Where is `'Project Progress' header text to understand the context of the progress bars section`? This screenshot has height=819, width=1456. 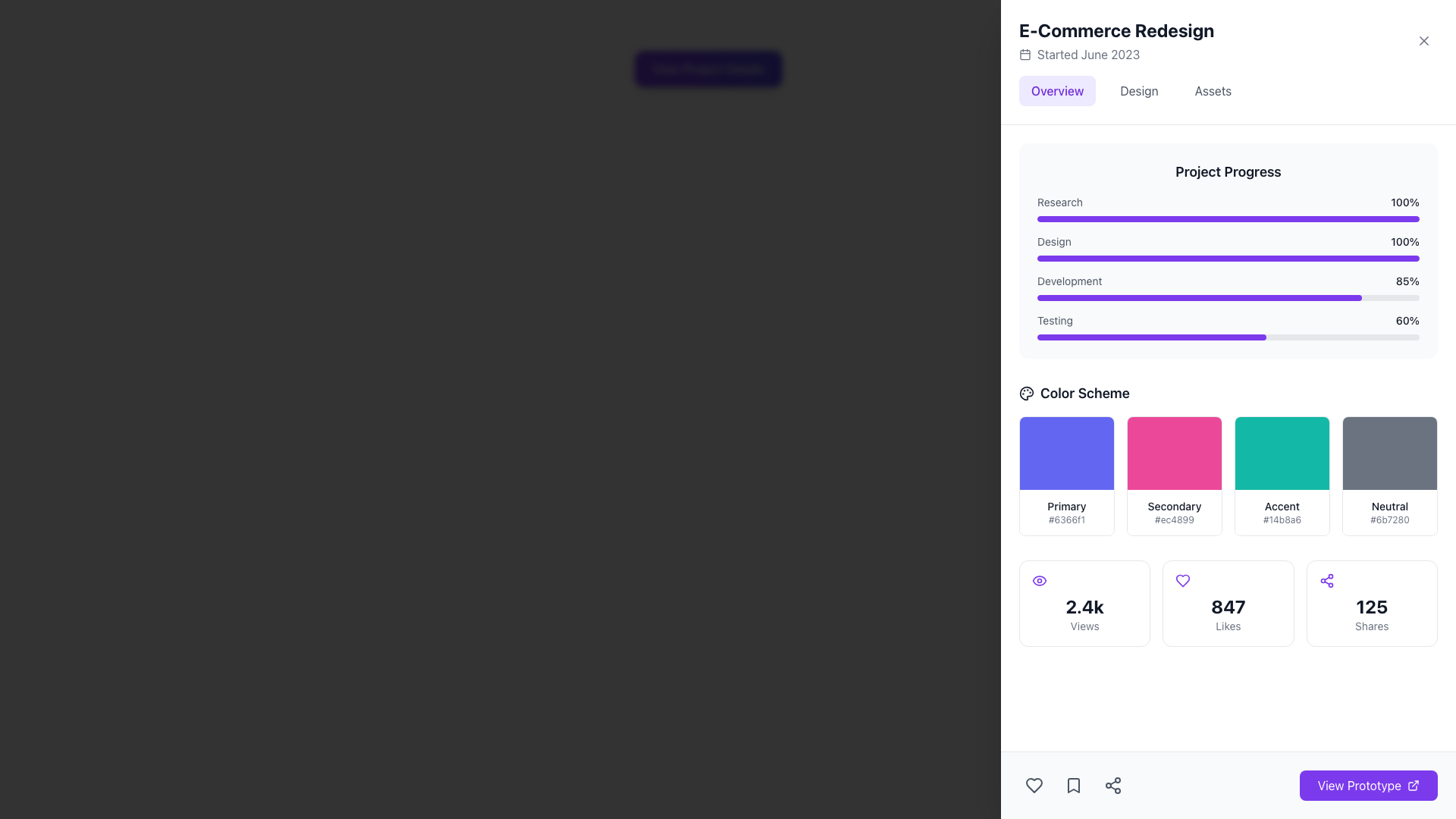
'Project Progress' header text to understand the context of the progress bars section is located at coordinates (1228, 171).